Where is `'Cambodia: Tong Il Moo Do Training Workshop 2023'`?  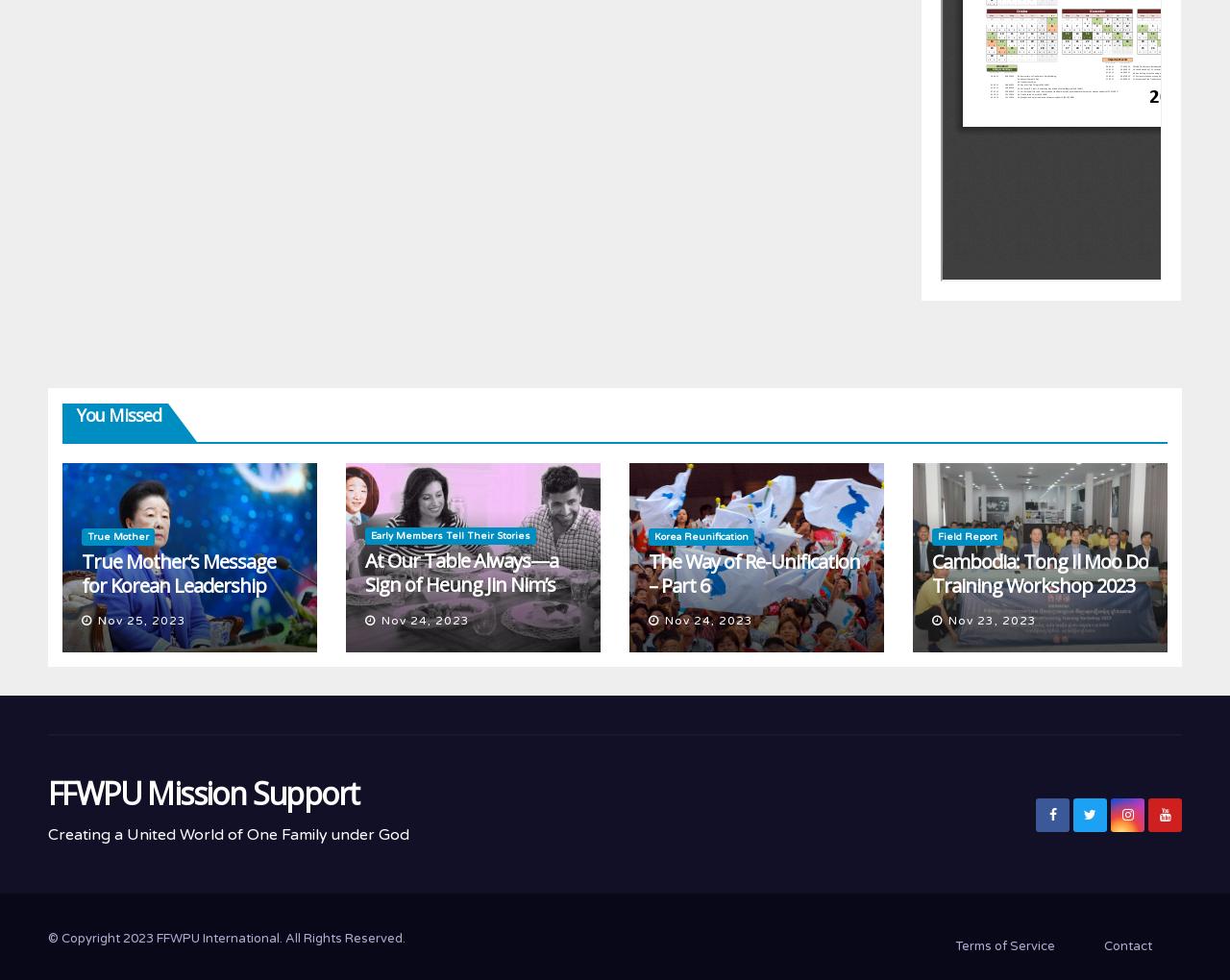 'Cambodia: Tong Il Moo Do Training Workshop 2023' is located at coordinates (1039, 573).